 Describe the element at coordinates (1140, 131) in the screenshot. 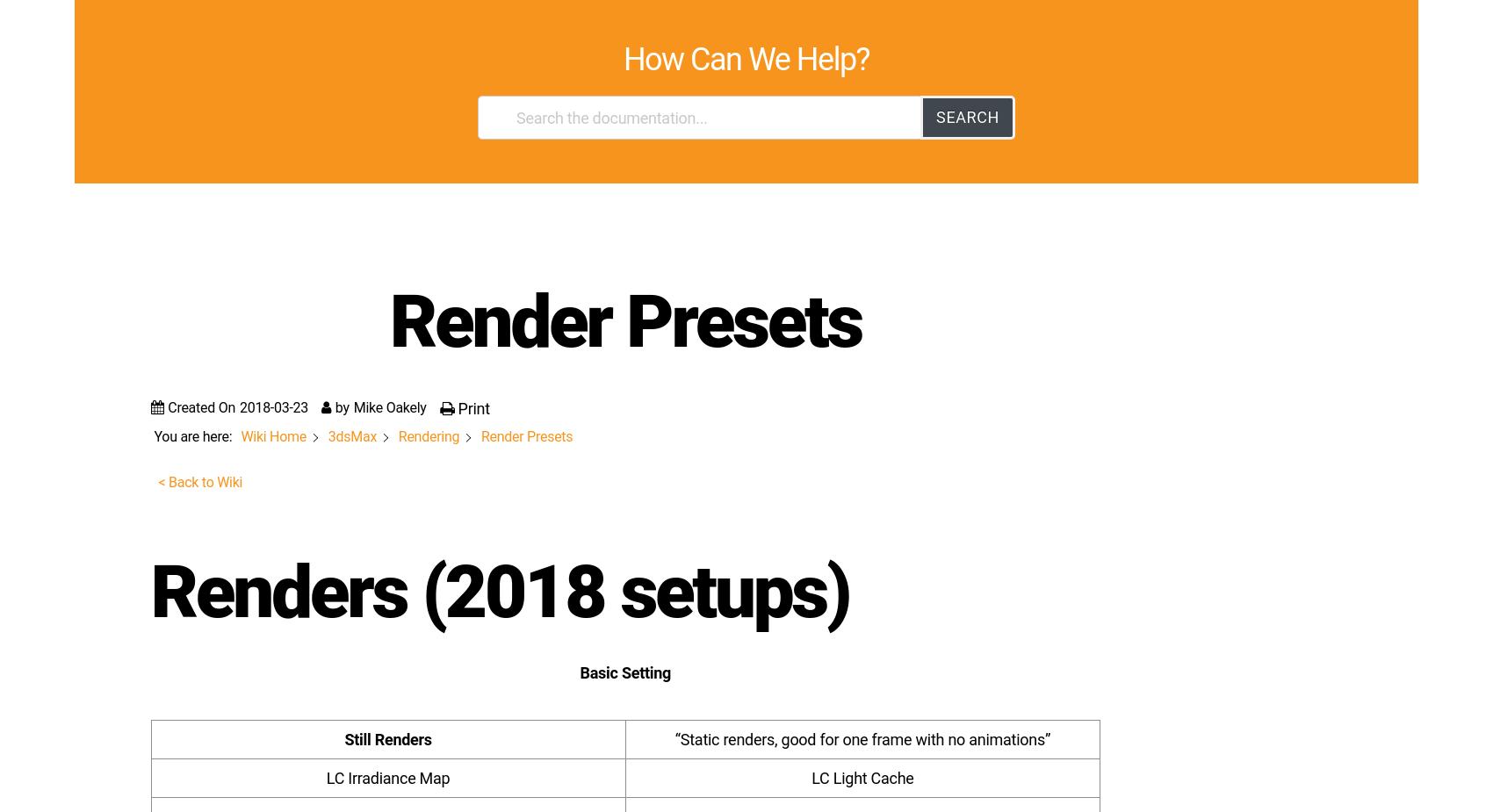

I see `'Renders (2018 setups)'` at that location.